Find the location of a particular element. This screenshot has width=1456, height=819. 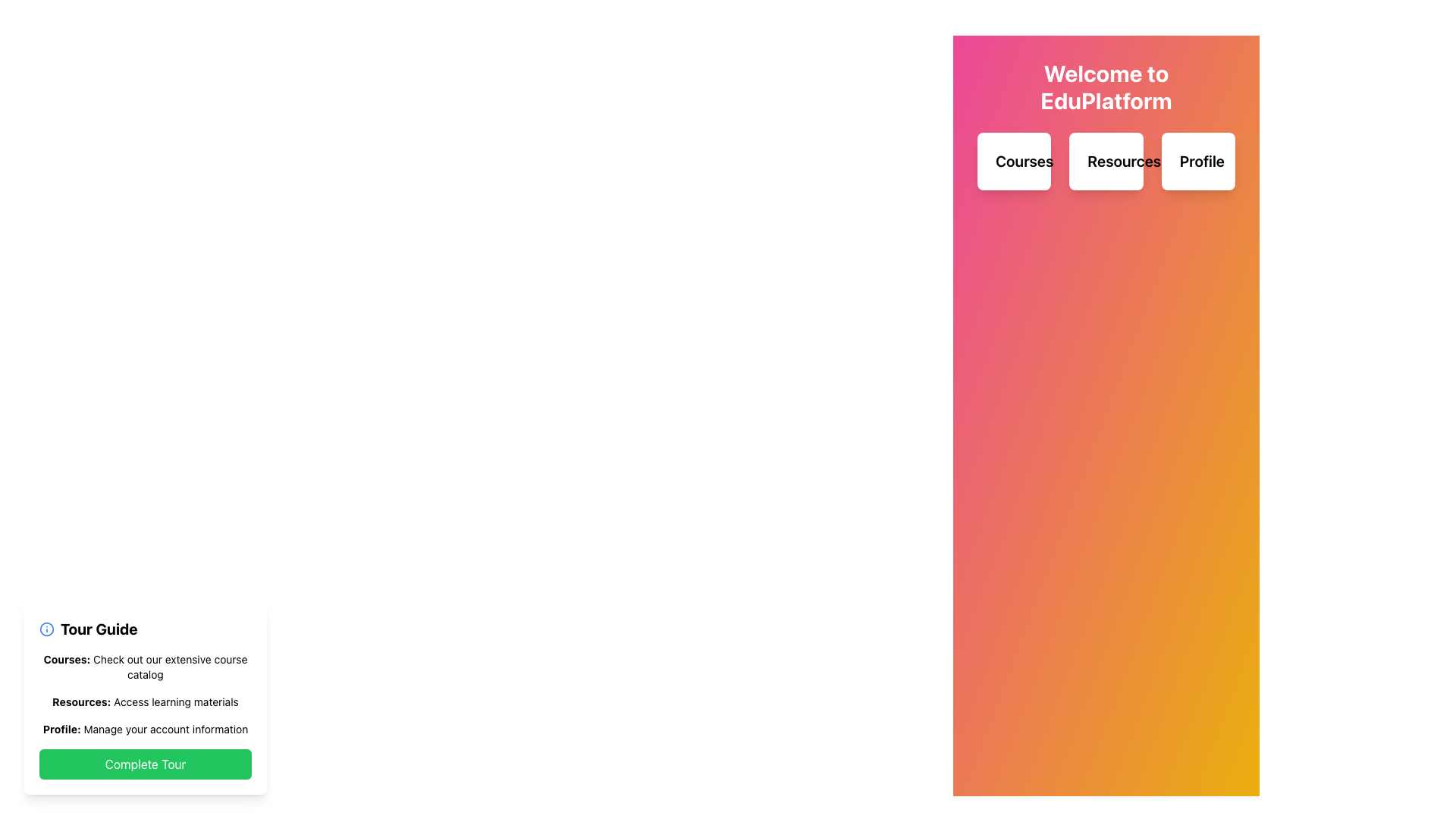

the 'Profile' button, which is a white box with rounded corners and the text 'Profile' in bold black font, positioned as the third element in a horizontal row beneath the heading 'Welcome to EduPlatform' is located at coordinates (1197, 161).